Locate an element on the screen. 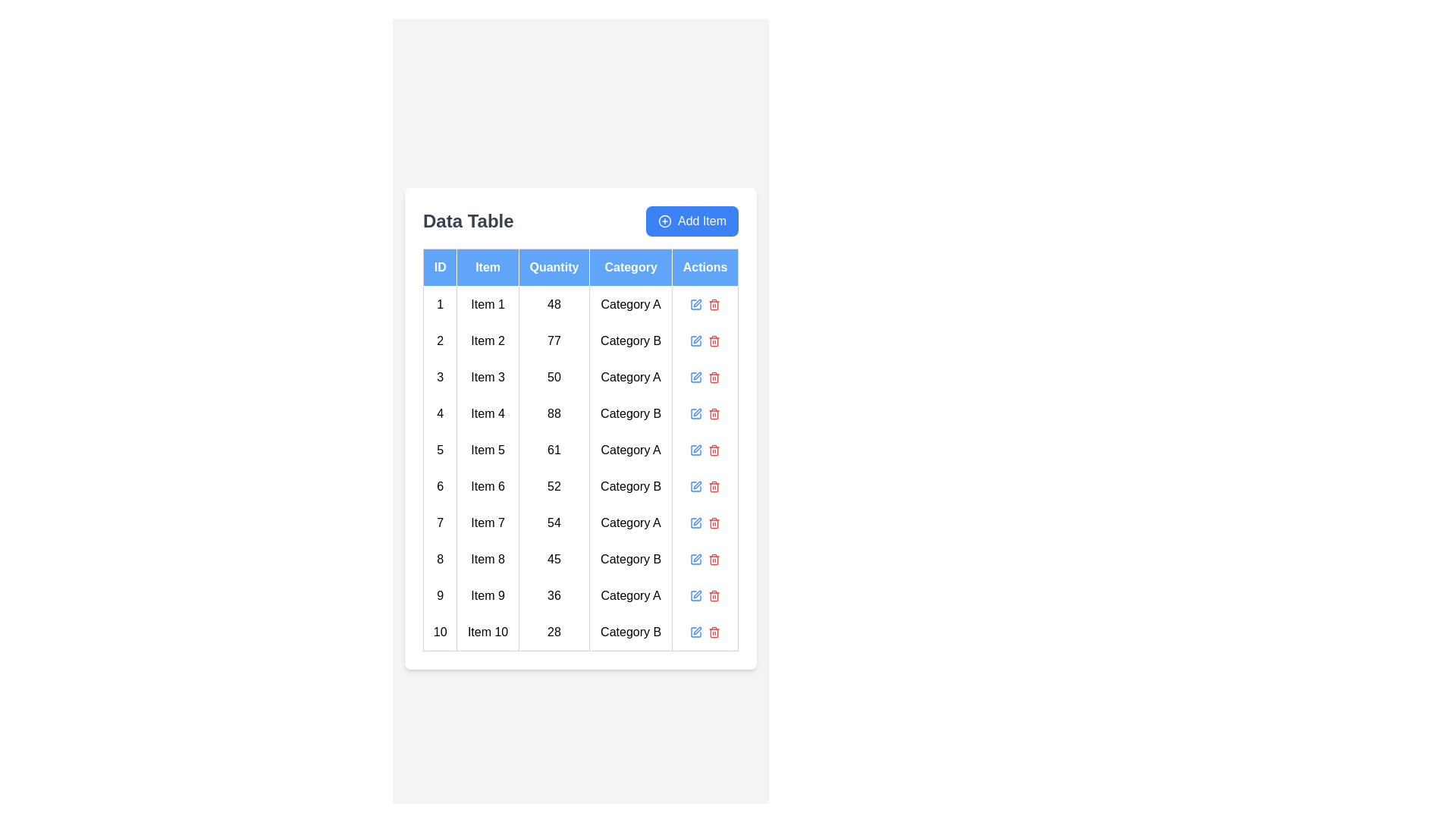 The image size is (1456, 819). the red delete icon in the Actions column of the table for Item 9 is located at coordinates (704, 595).